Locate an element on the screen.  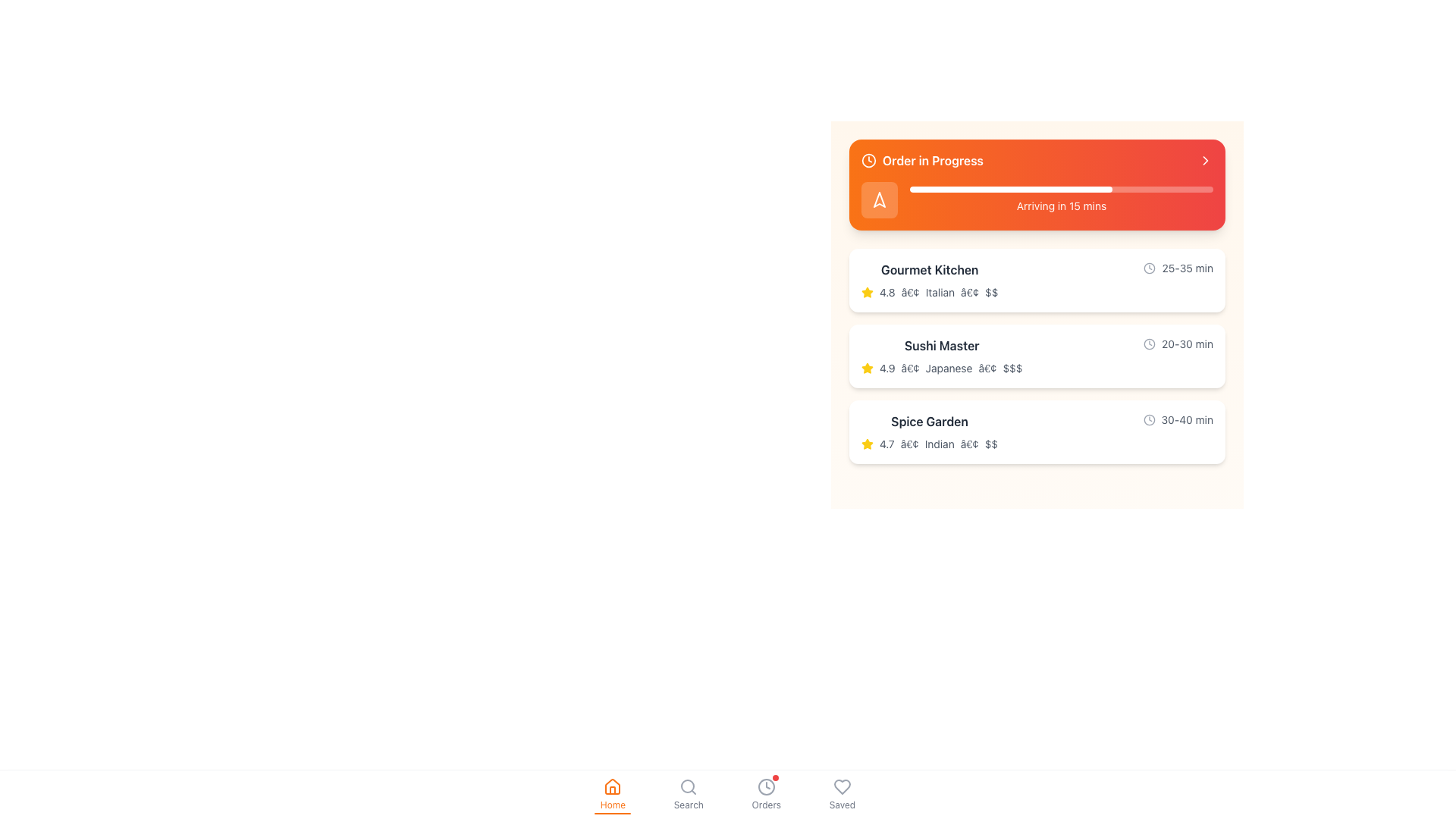
the orange indicator line located beneath the 'Home' text label in the footer navigation bar, which visually indicates the currently active tab is located at coordinates (613, 812).